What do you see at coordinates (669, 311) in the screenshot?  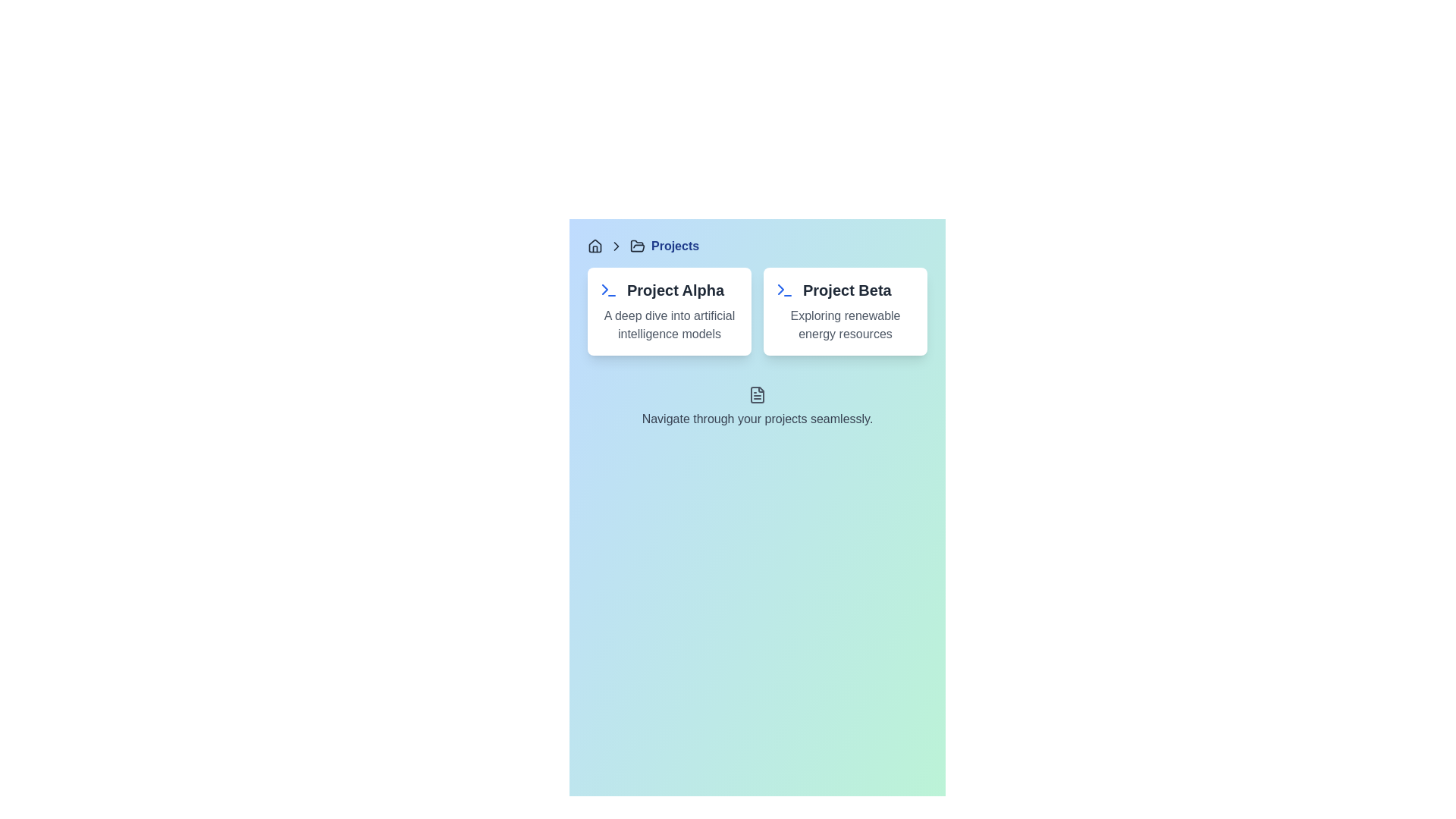 I see `the project overview card for 'Project Alpha' located at the top-left of the grid under the 'Projects' section` at bounding box center [669, 311].